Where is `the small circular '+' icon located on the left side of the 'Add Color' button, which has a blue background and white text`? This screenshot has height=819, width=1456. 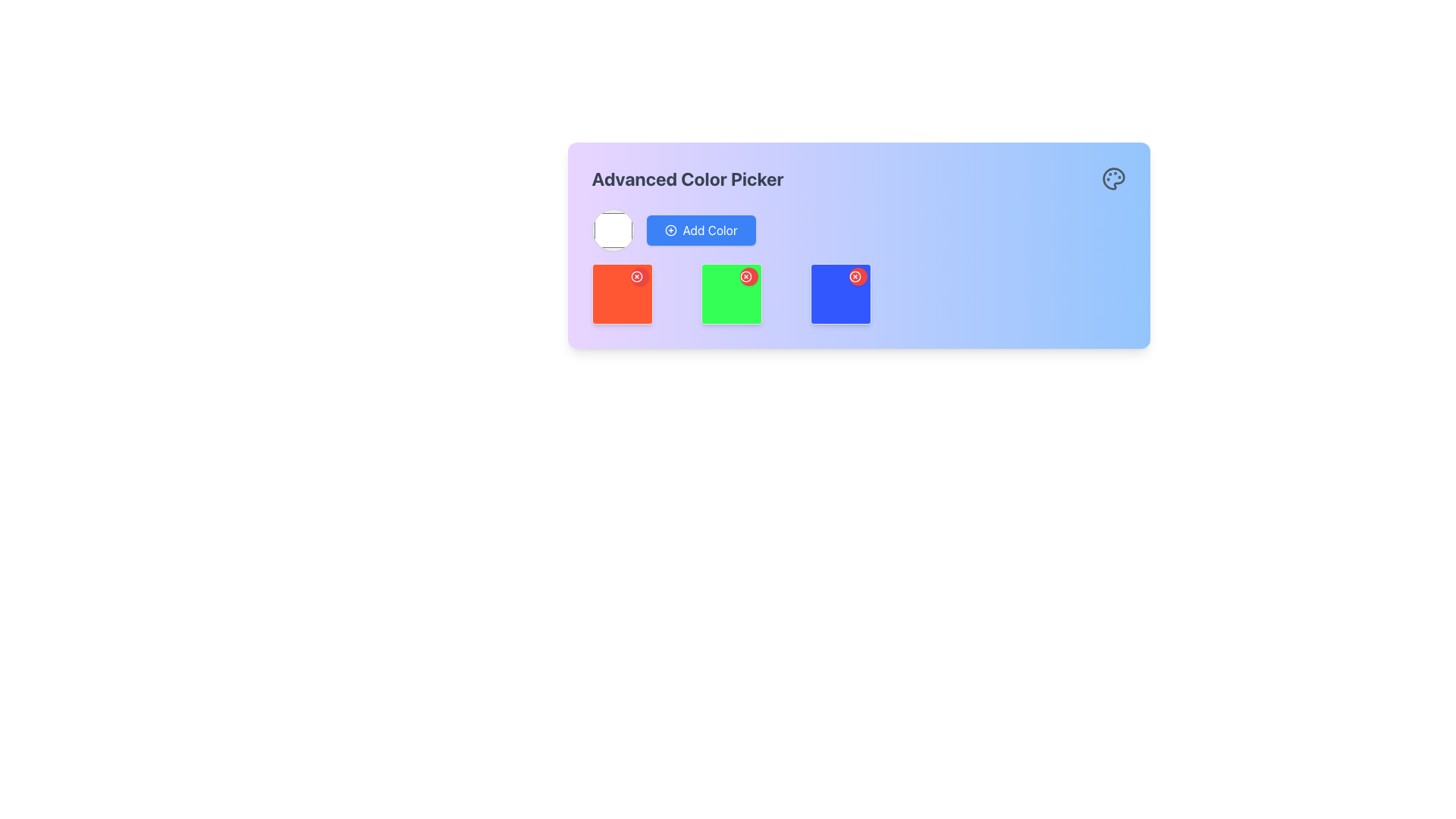 the small circular '+' icon located on the left side of the 'Add Color' button, which has a blue background and white text is located at coordinates (670, 231).